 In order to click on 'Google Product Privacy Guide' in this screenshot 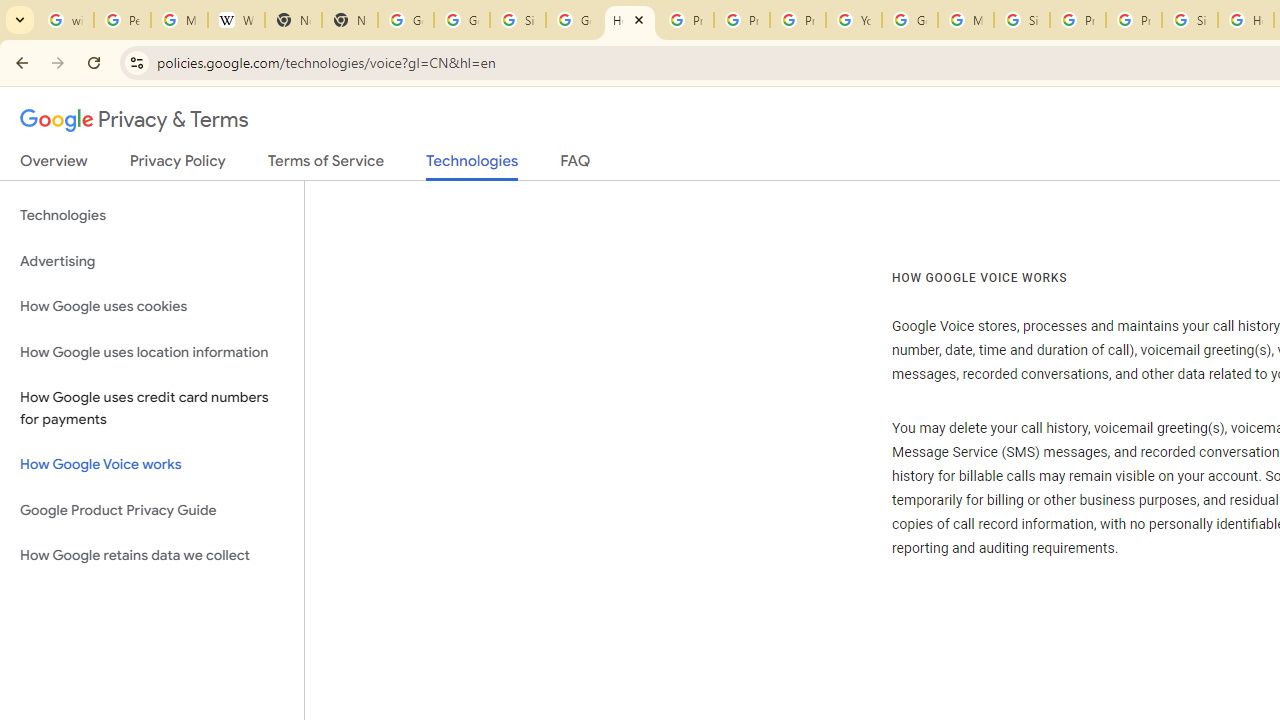, I will do `click(151, 509)`.